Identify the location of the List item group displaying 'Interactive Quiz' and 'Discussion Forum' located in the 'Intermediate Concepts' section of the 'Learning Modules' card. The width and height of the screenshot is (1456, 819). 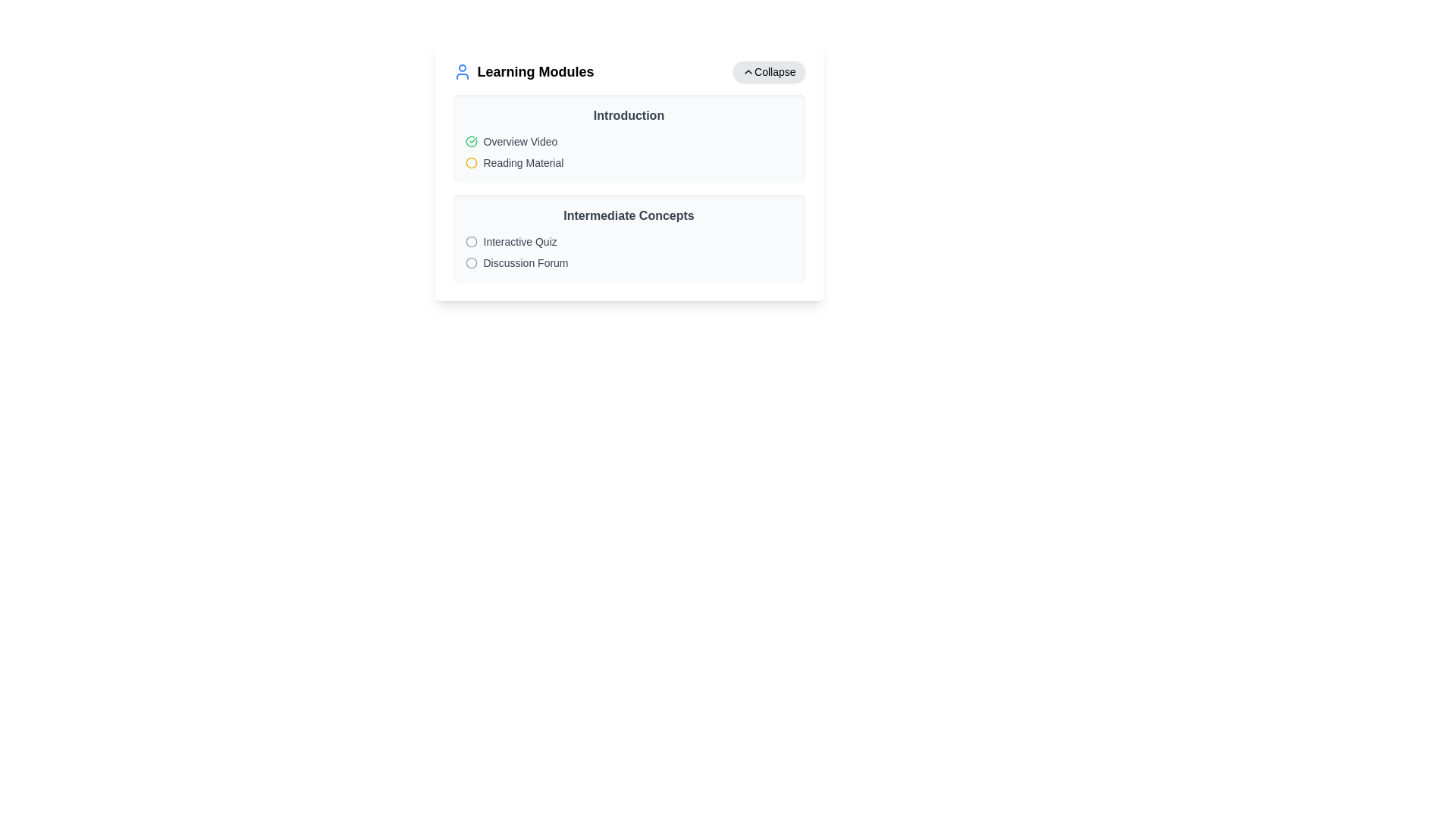
(629, 251).